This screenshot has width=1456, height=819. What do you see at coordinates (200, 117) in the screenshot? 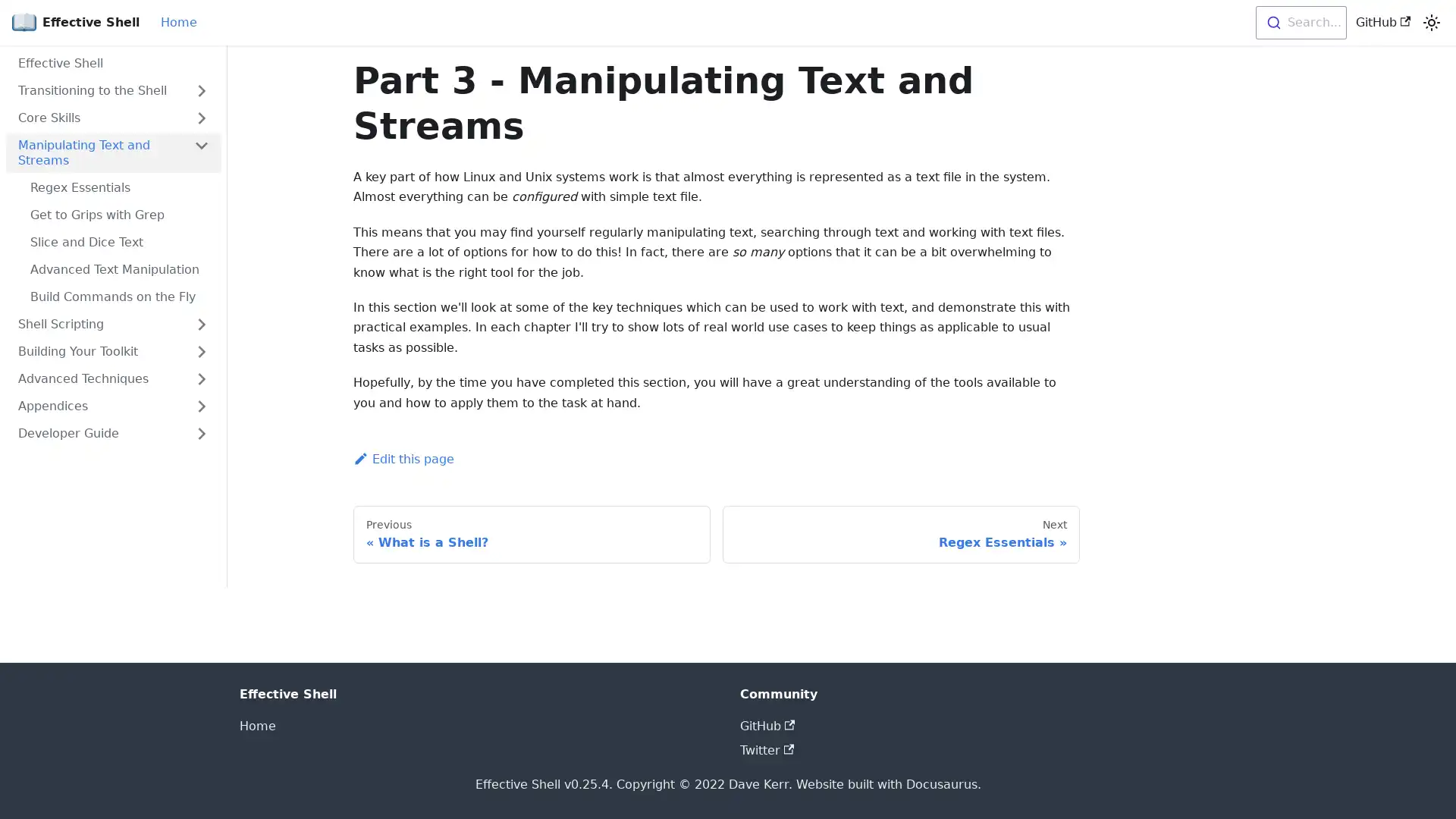
I see `Toggle the collapsible sidebar category 'Core Skills'` at bounding box center [200, 117].